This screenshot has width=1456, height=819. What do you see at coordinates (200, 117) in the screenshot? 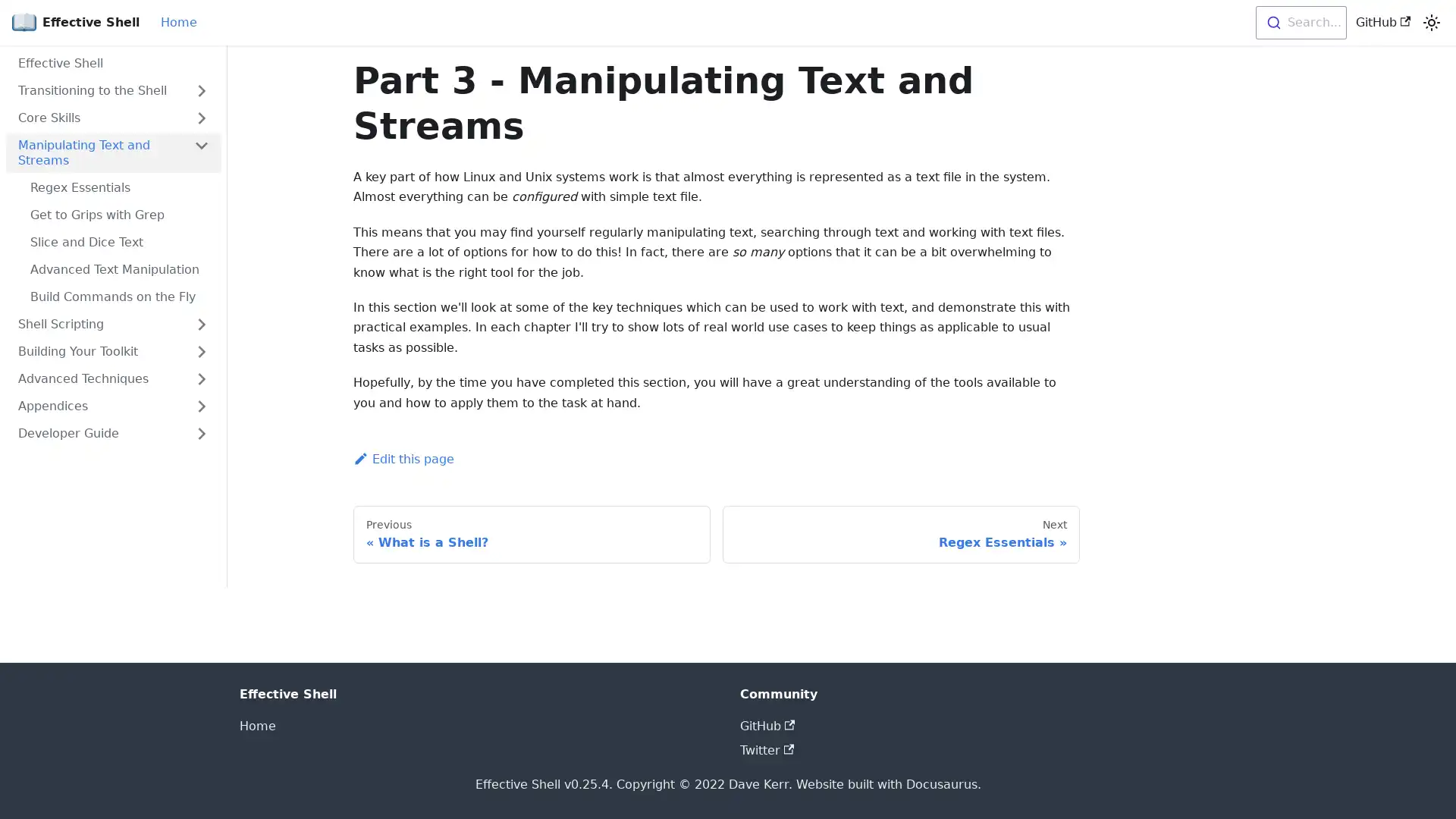
I see `Toggle the collapsible sidebar category 'Core Skills'` at bounding box center [200, 117].